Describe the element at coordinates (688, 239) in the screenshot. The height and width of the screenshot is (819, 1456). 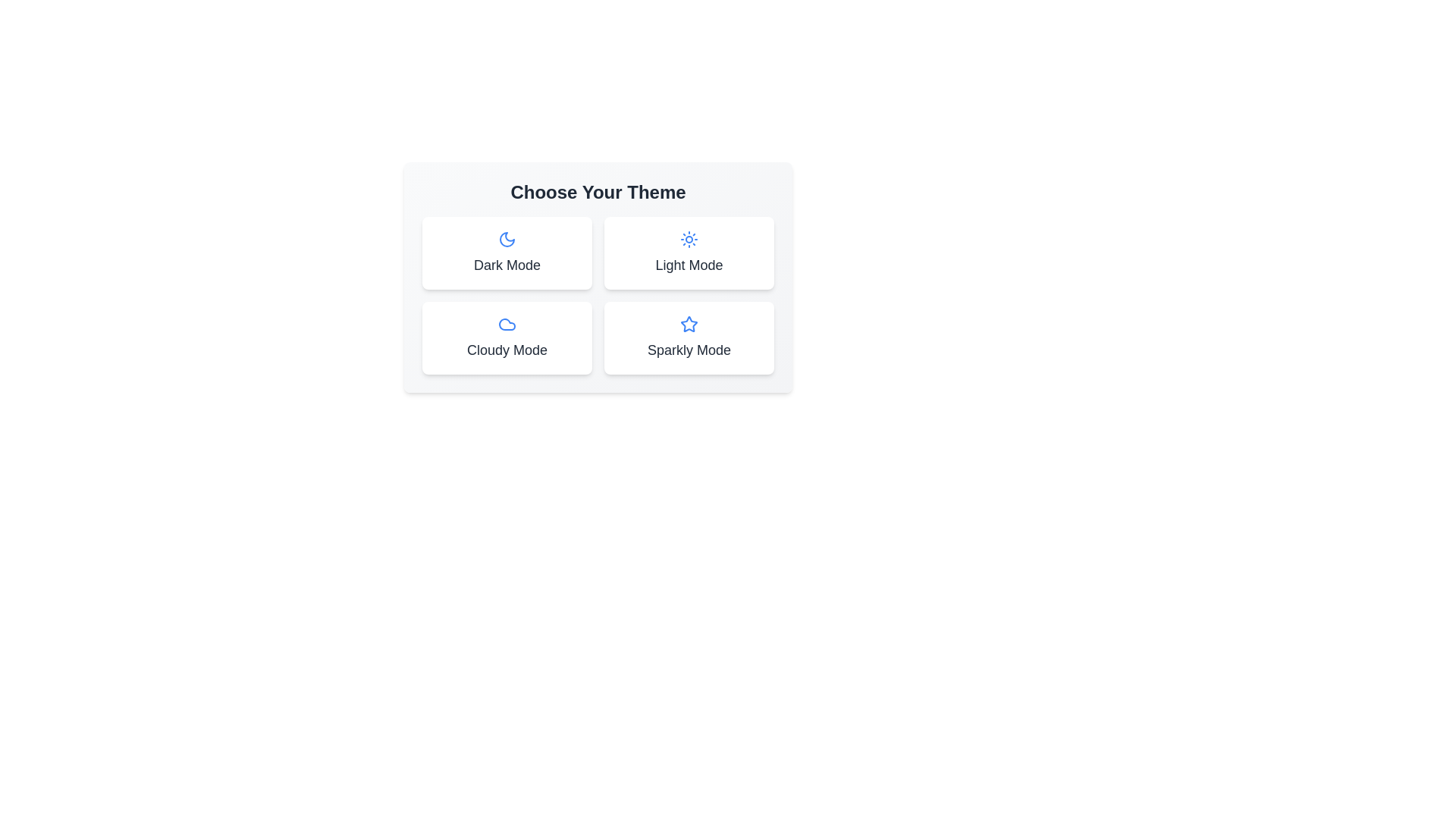
I see `the Decorative Icon for the 'Light Mode' option, which is located above its text label in the card at the top-right position of the 'Choose Your Theme' grid` at that location.